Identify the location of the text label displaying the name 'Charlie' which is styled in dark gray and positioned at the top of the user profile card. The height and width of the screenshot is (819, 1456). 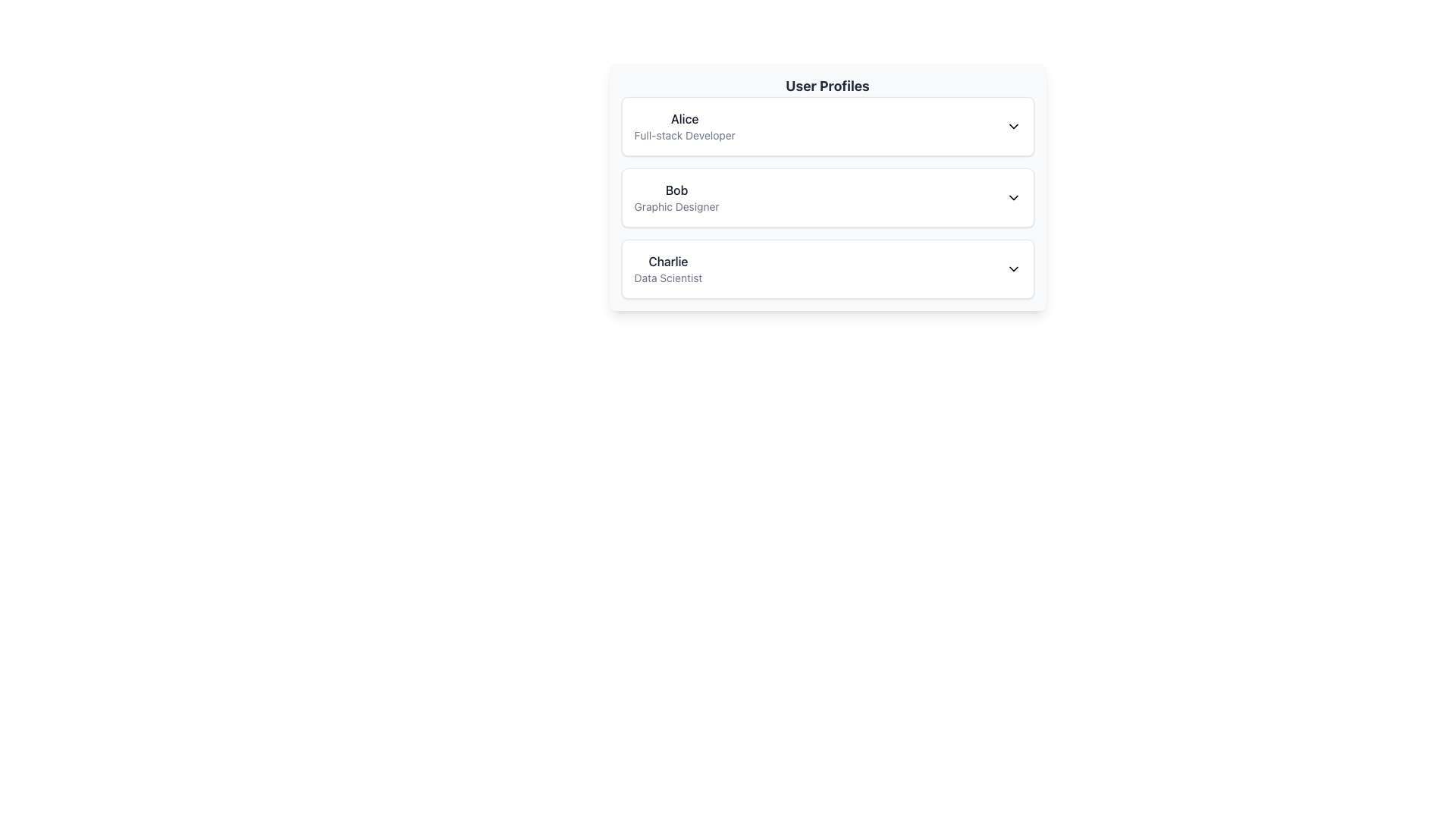
(667, 260).